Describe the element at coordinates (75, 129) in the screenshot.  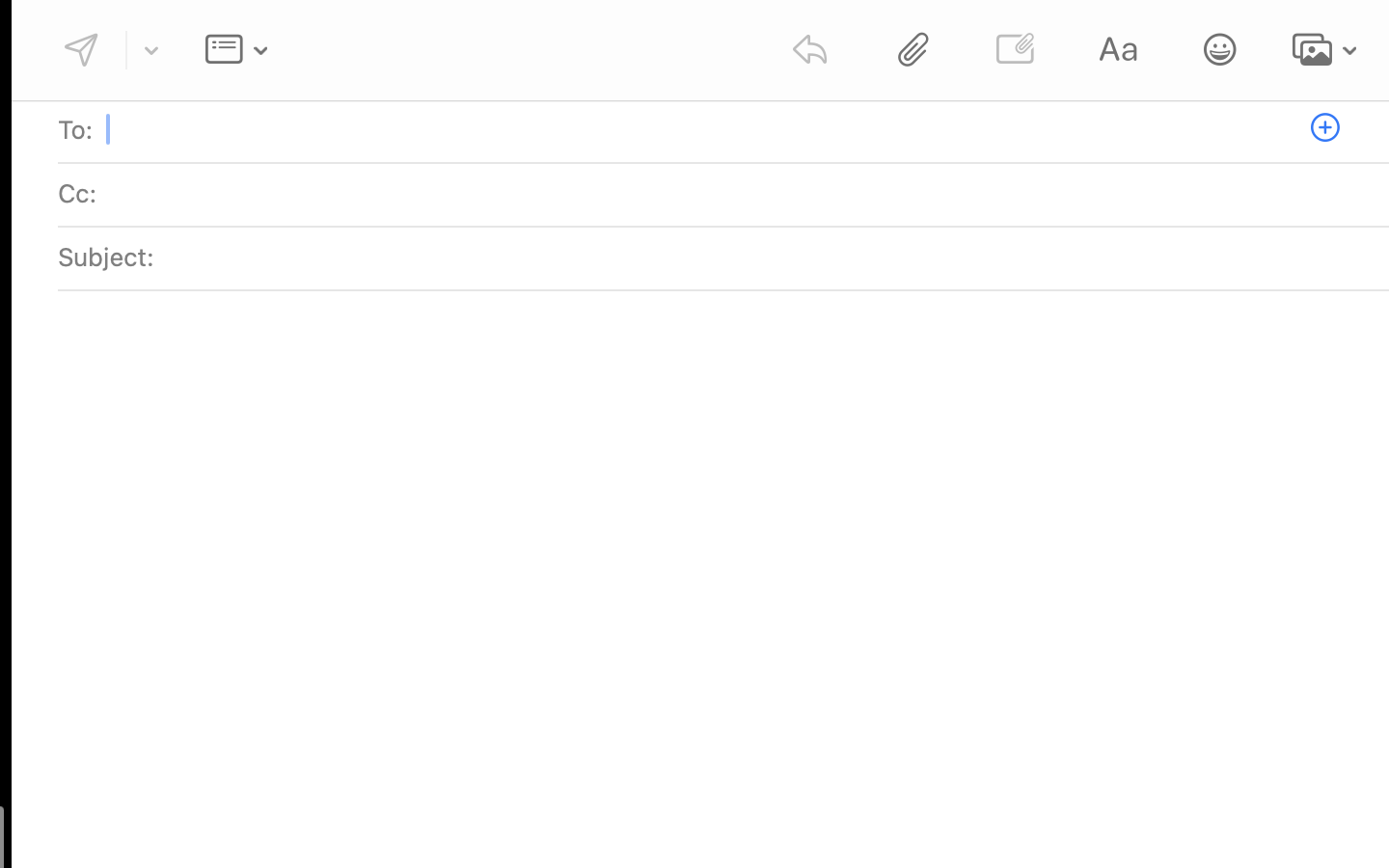
I see `'To:'` at that location.